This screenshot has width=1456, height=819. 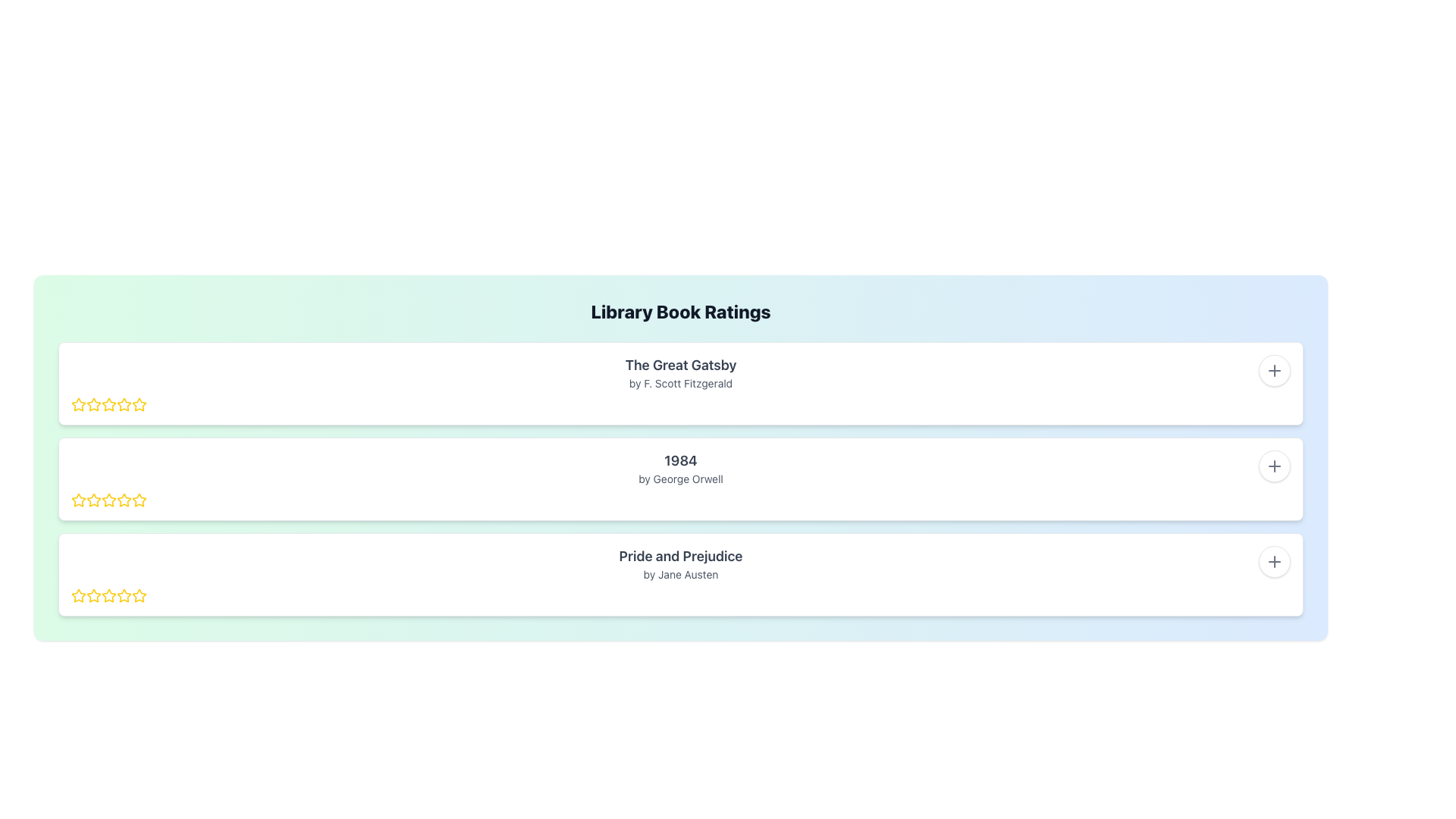 I want to click on the yellow hollow star icon representing the sixth star in the rating component for the book '1984' by George Orwell, so click(x=124, y=500).